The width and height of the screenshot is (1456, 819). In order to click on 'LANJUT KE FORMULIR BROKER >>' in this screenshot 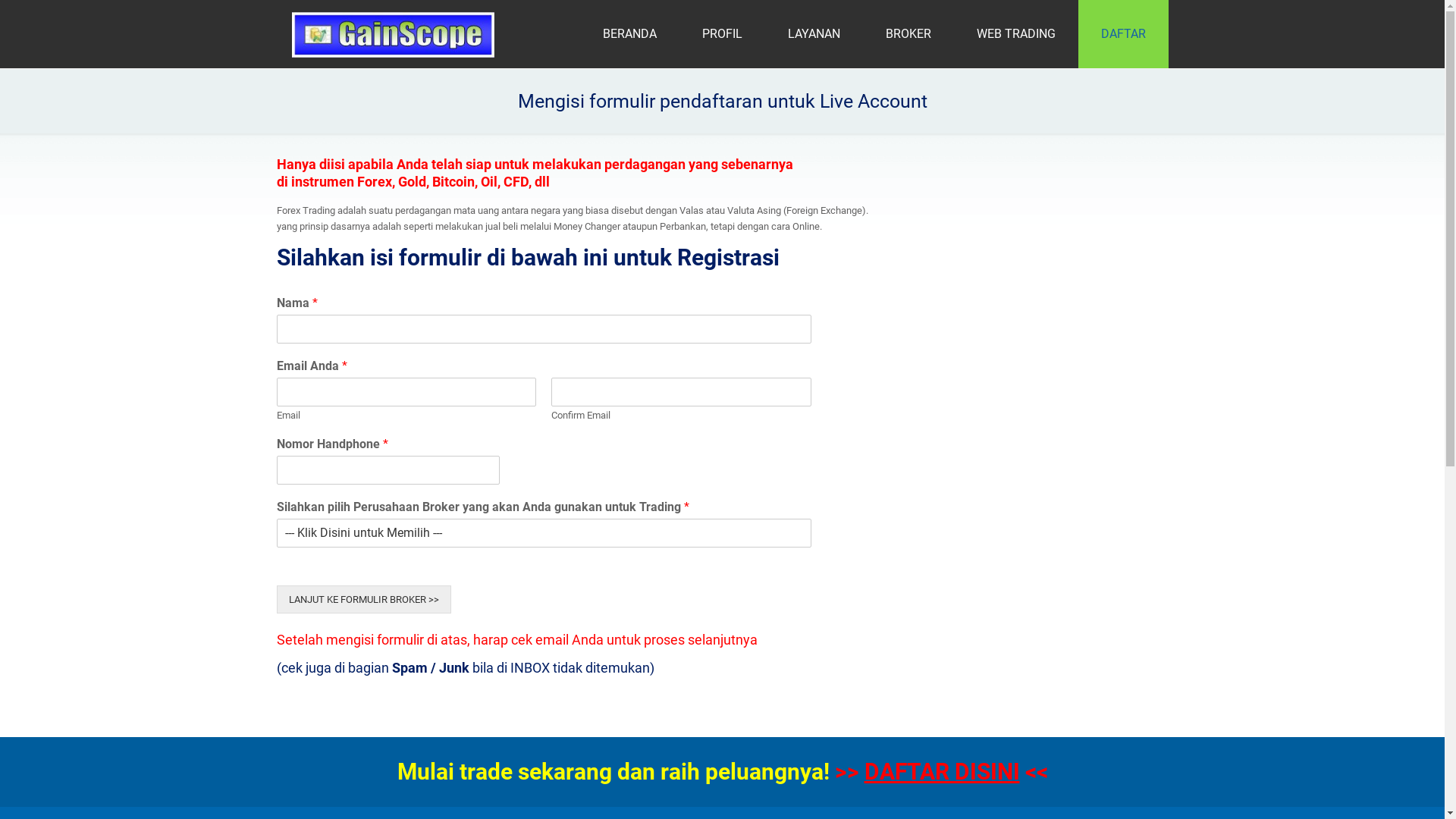, I will do `click(362, 598)`.